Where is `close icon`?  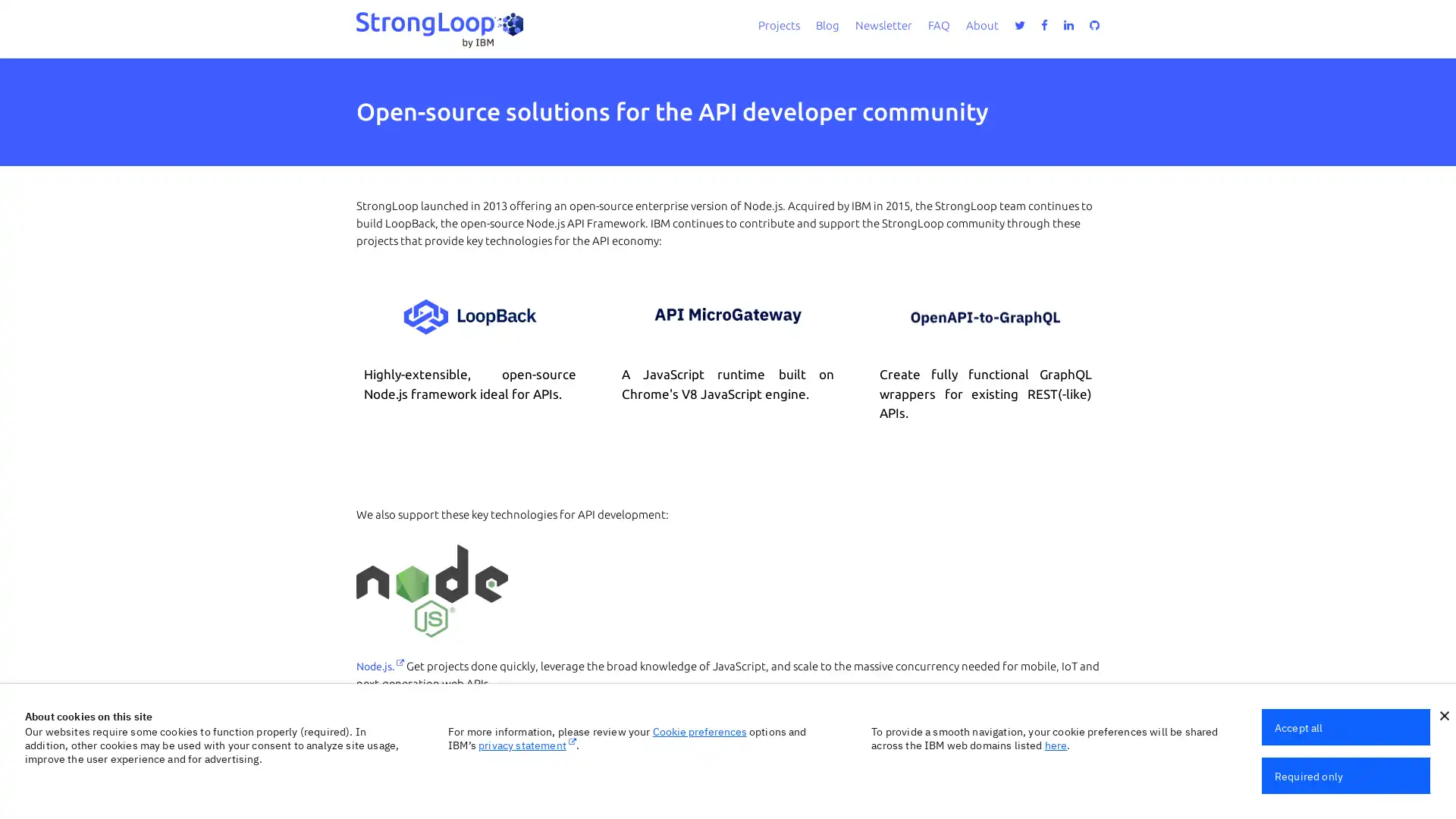 close icon is located at coordinates (1444, 716).